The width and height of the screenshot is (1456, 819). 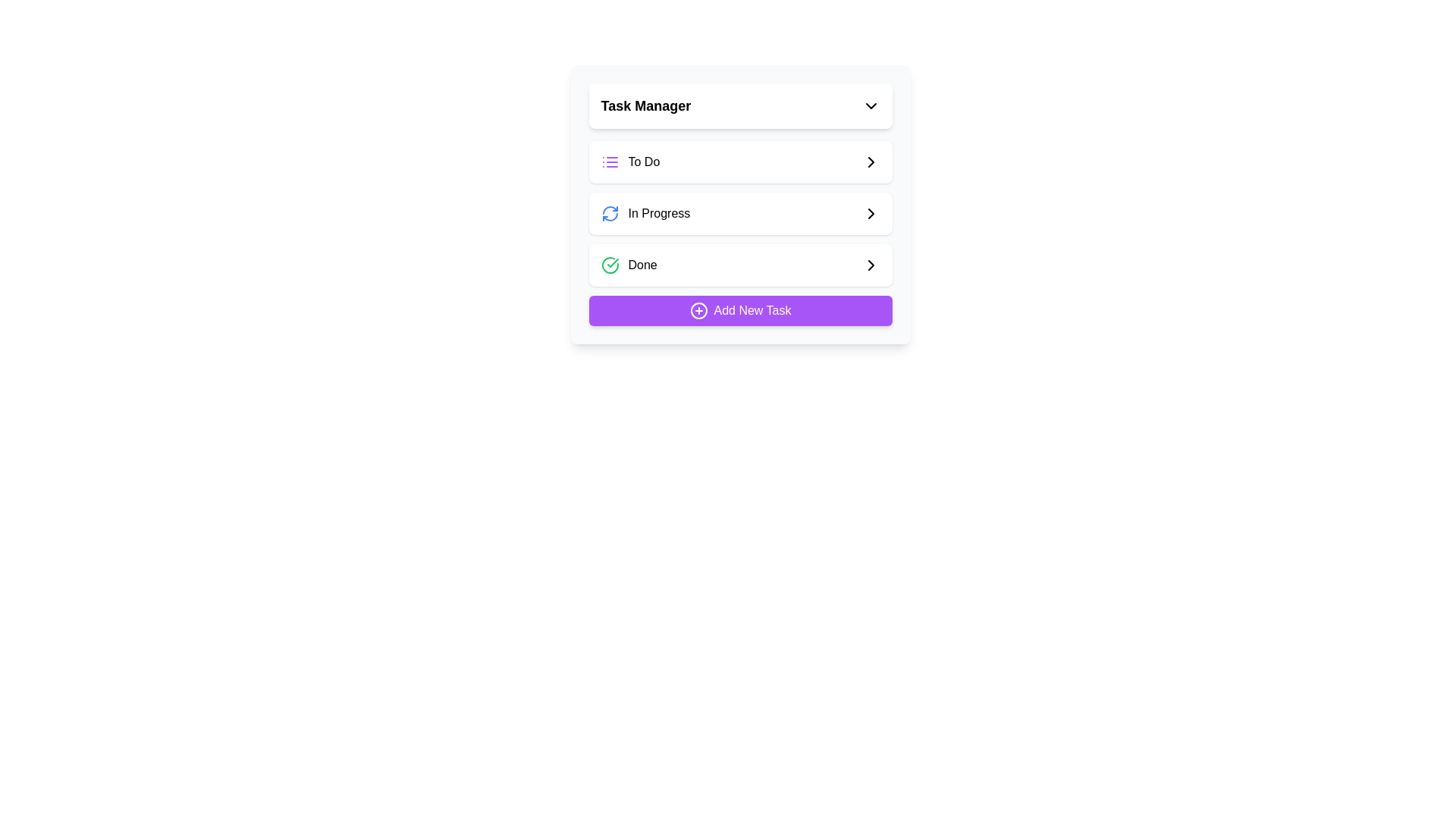 I want to click on the 'To Do' category label with icon in the task management system, positioned beneath the 'Task Manager' heading, so click(x=630, y=162).